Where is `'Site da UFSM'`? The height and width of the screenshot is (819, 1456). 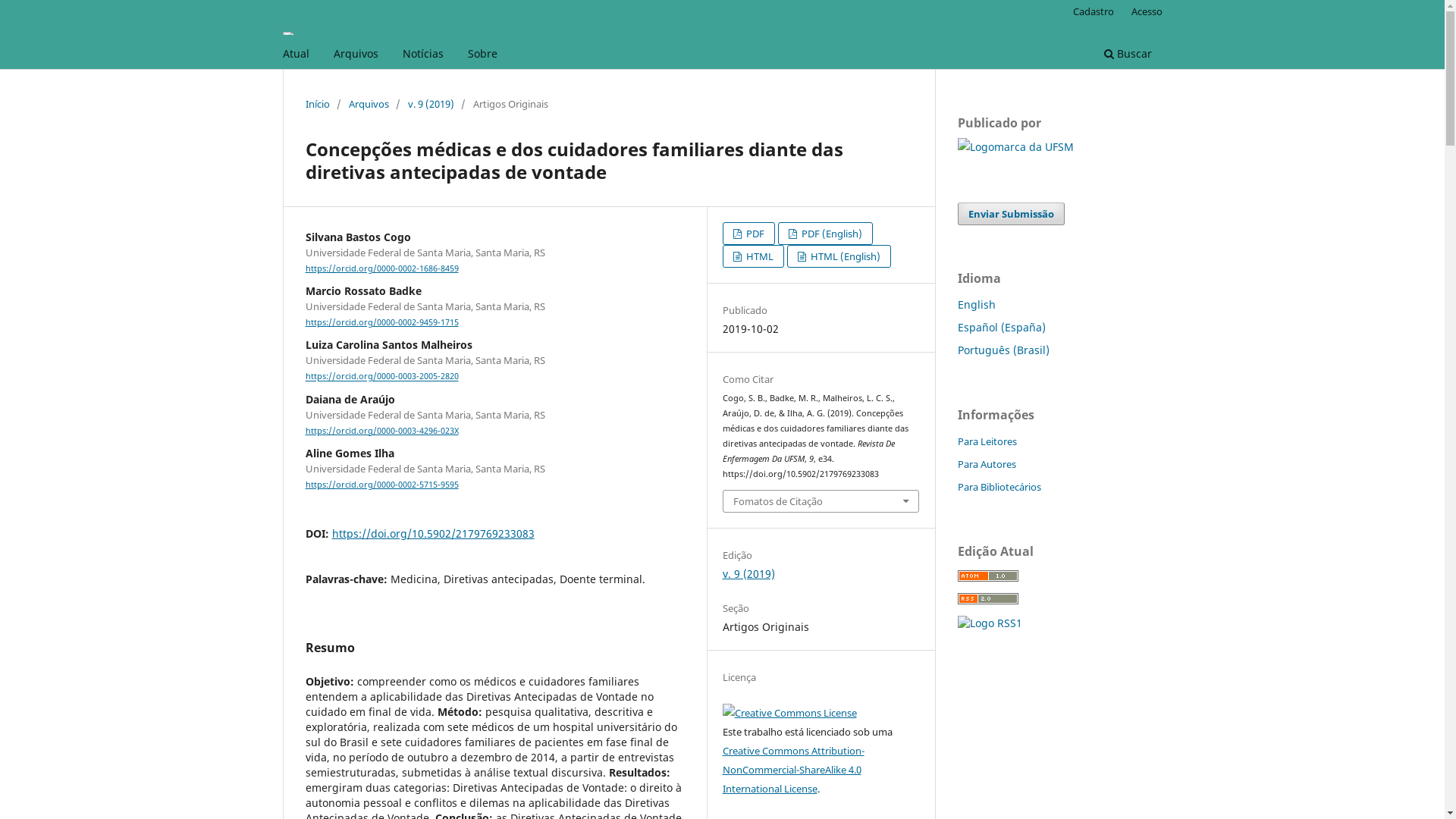
'Site da UFSM' is located at coordinates (1015, 146).